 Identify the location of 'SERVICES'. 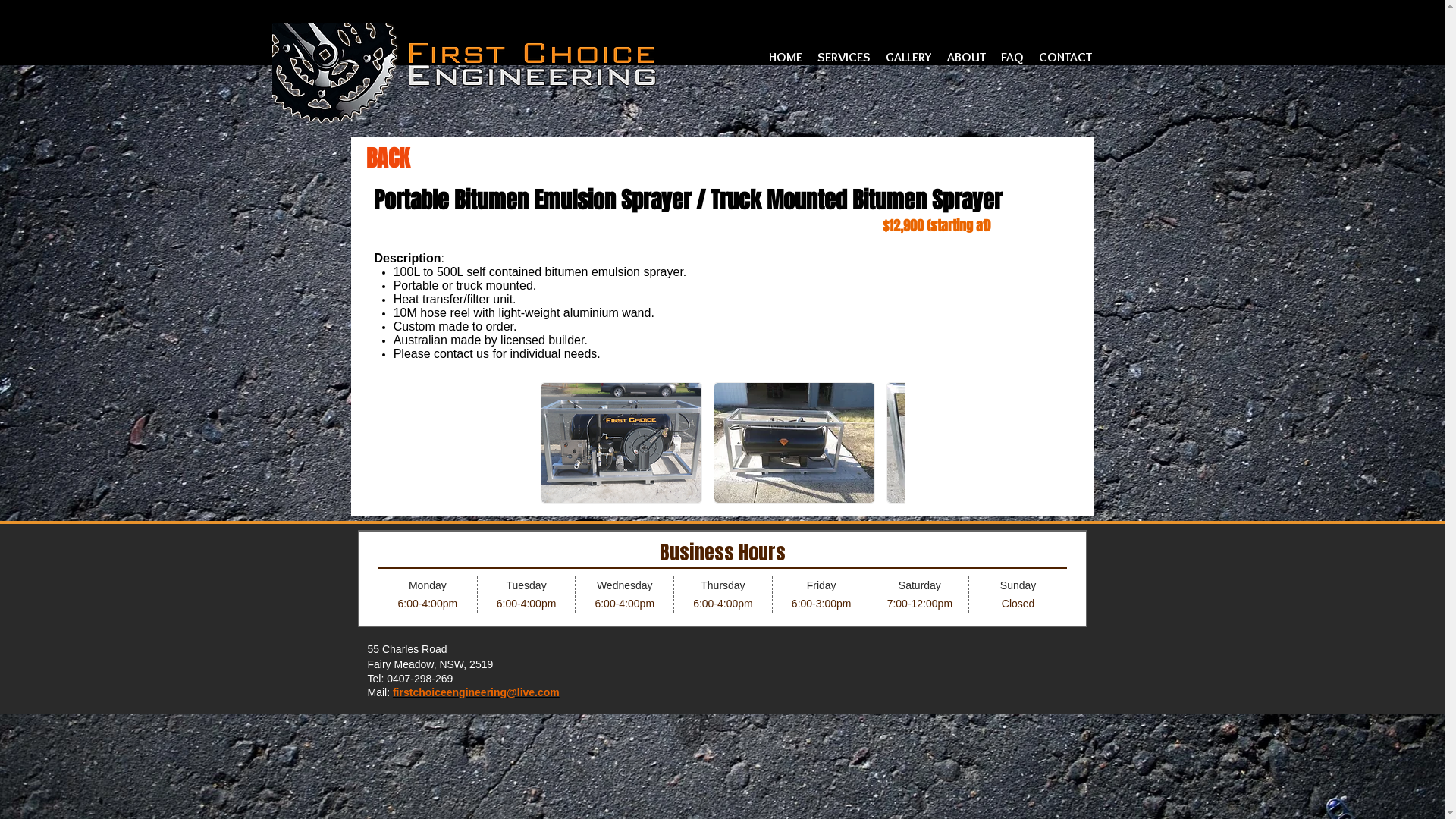
(843, 55).